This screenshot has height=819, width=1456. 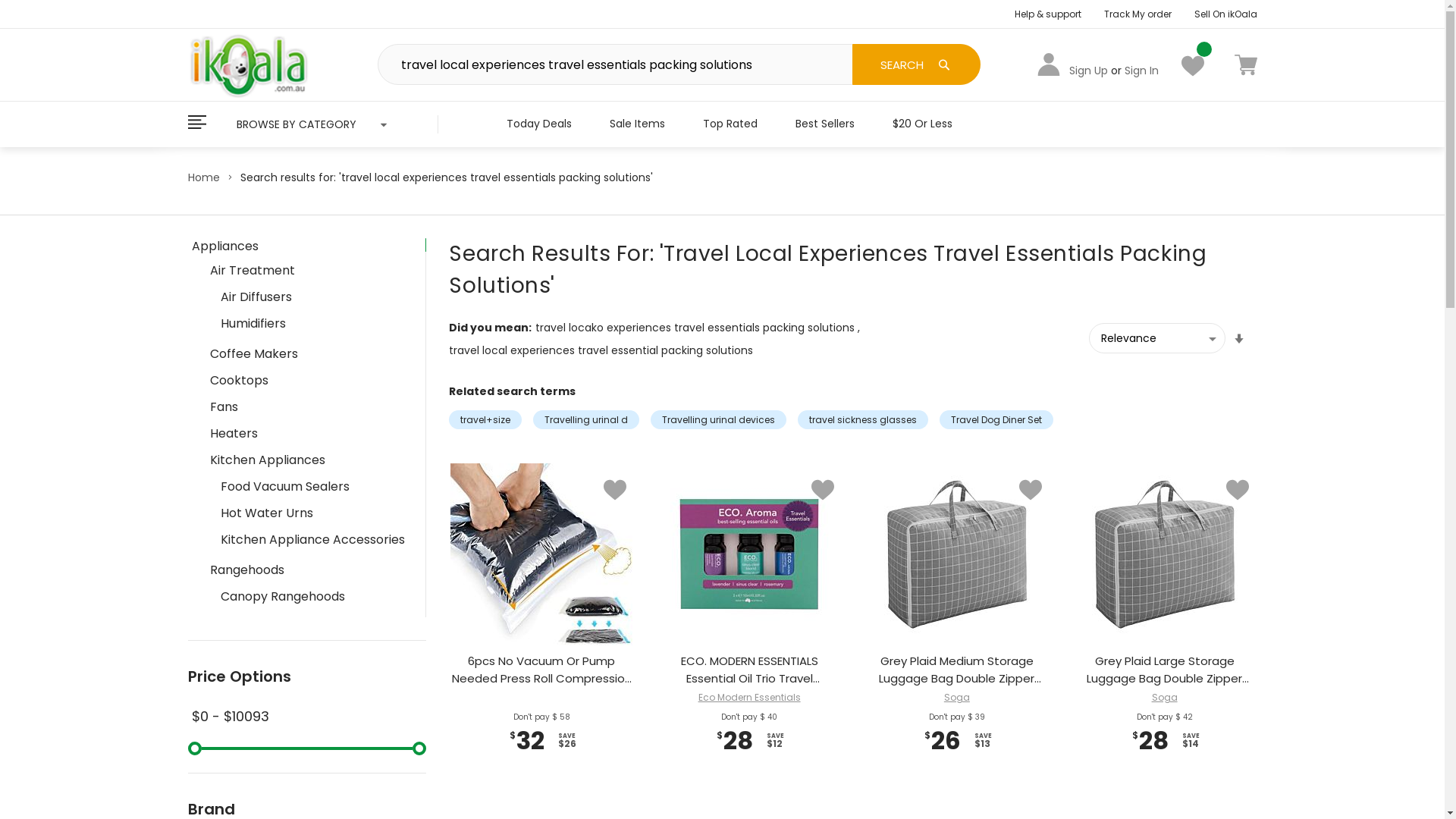 I want to click on 'travel sickness glasses', so click(x=862, y=420).